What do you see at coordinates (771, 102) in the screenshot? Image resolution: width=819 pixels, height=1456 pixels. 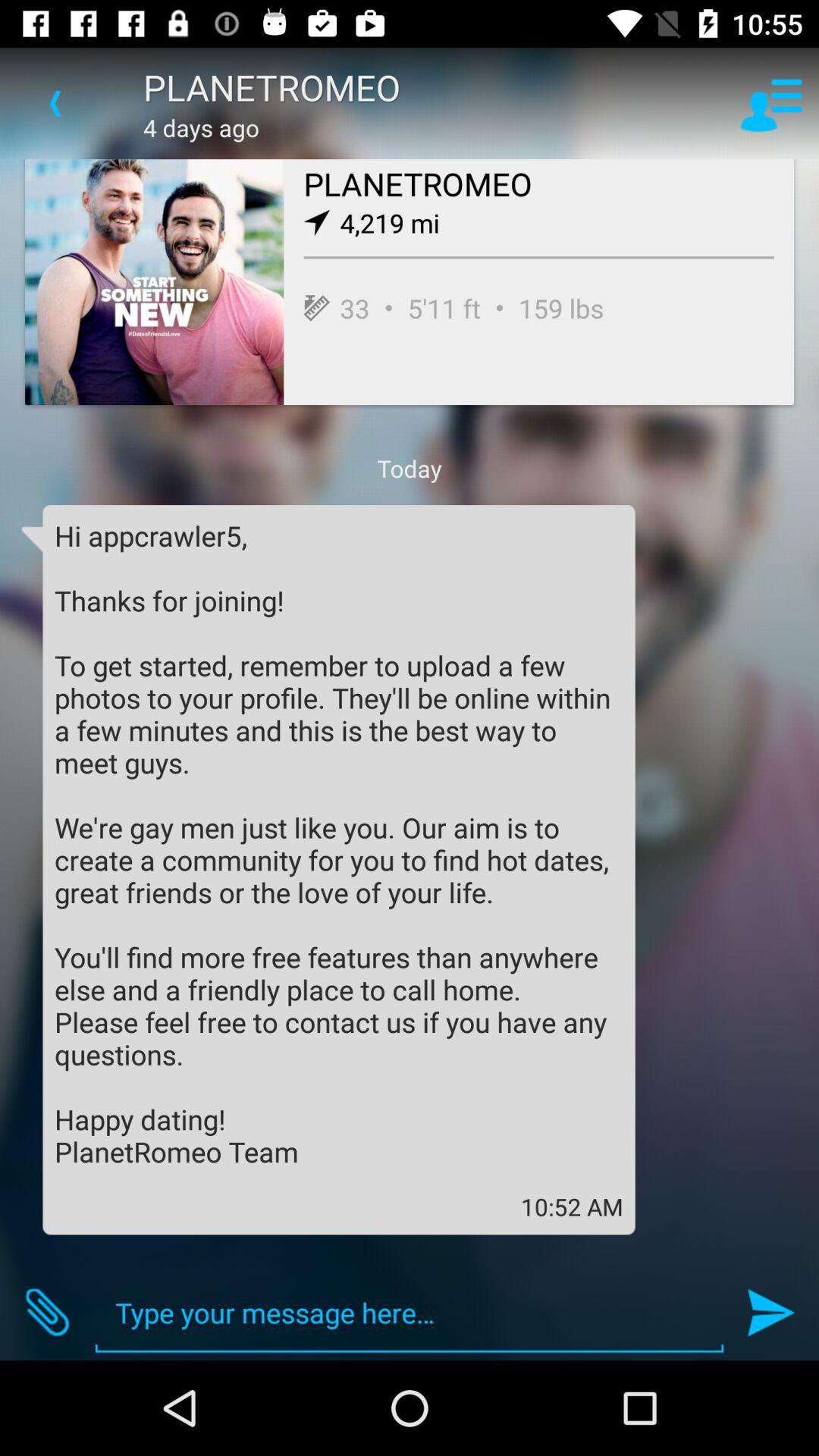 I see `the icon at the top right corner` at bounding box center [771, 102].